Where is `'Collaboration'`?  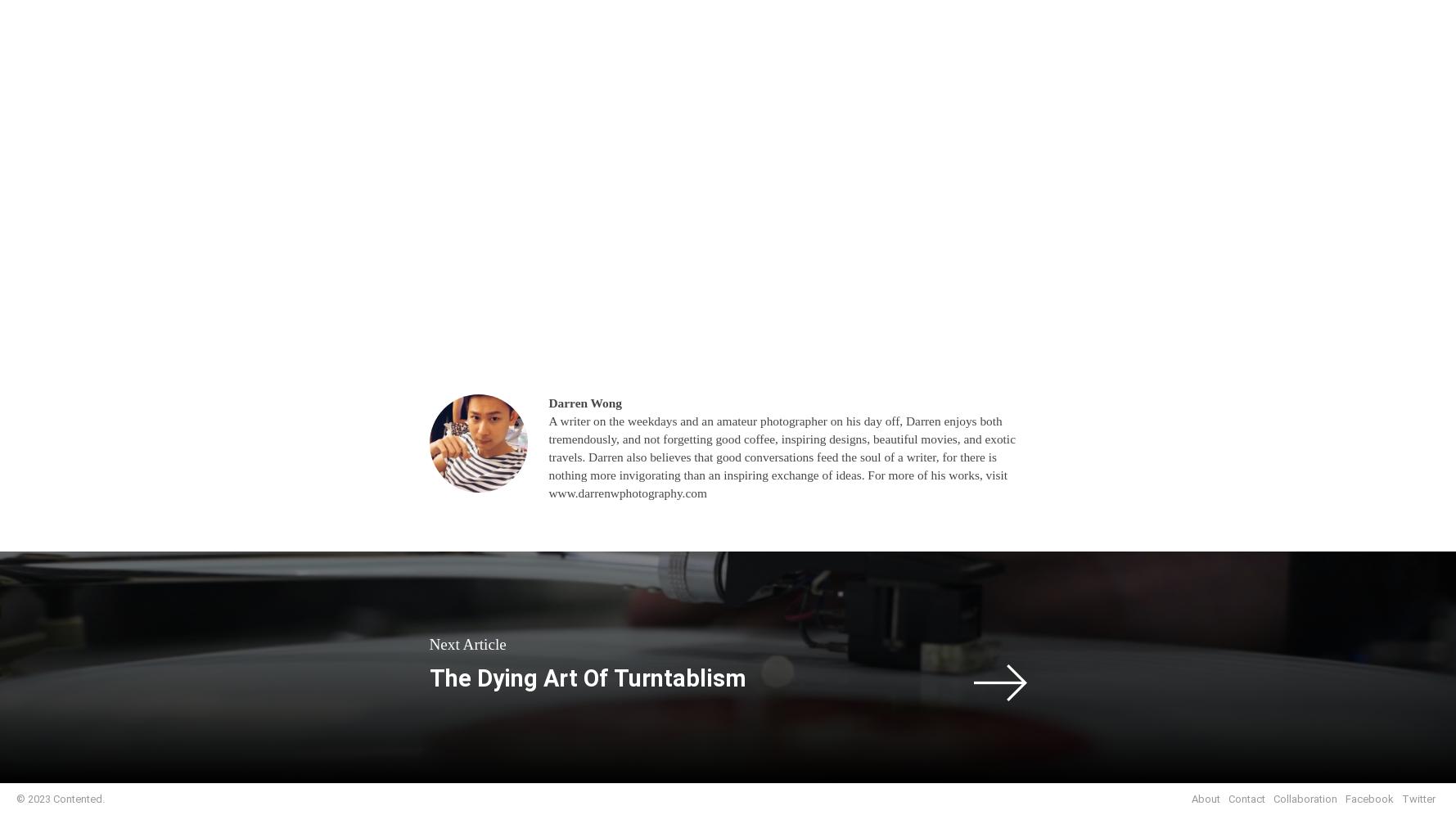
'Collaboration' is located at coordinates (1305, 798).